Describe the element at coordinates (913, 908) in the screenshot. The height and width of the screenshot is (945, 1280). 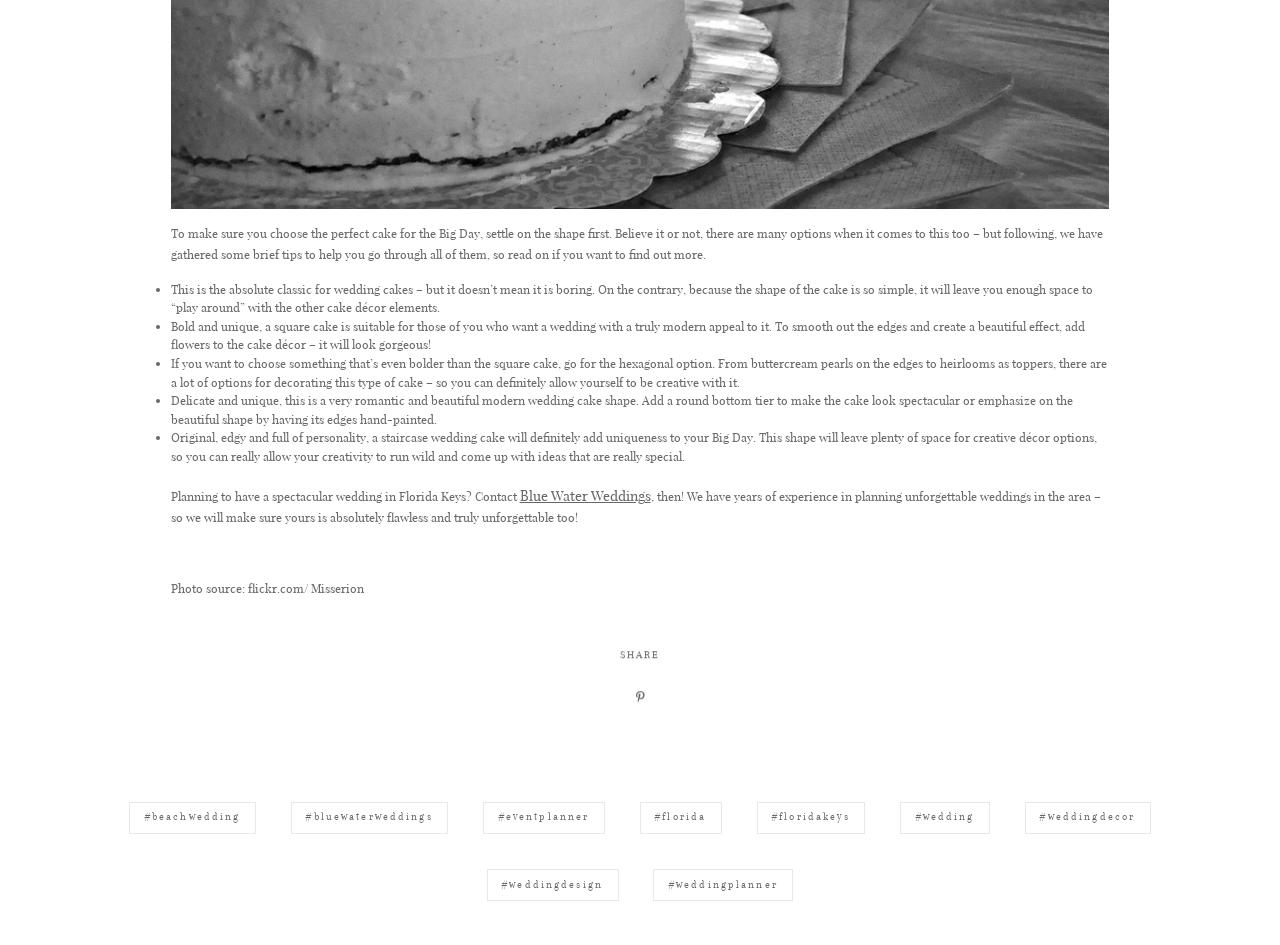
I see `'#wedding'` at that location.